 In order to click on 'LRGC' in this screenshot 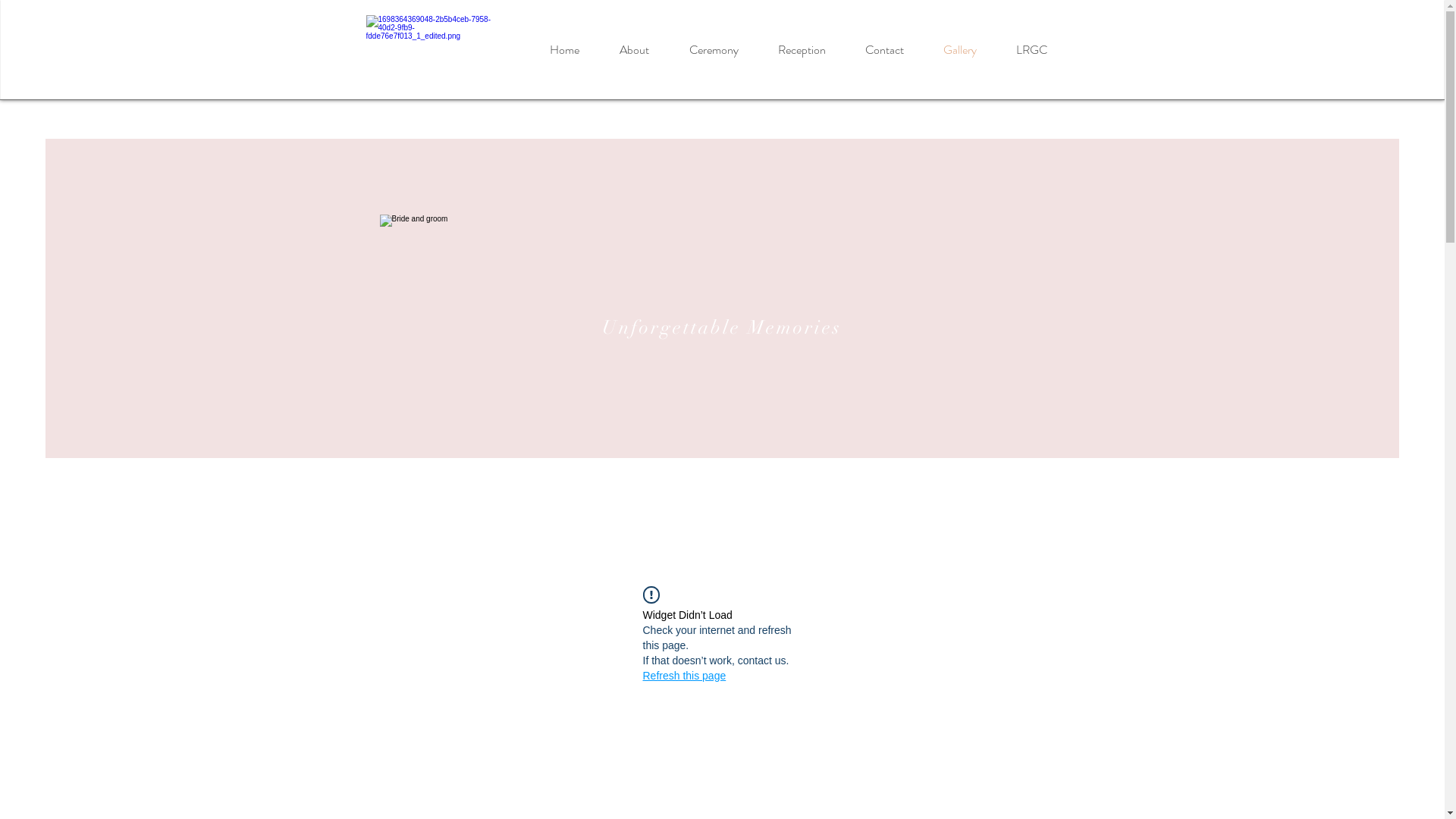, I will do `click(1031, 49)`.